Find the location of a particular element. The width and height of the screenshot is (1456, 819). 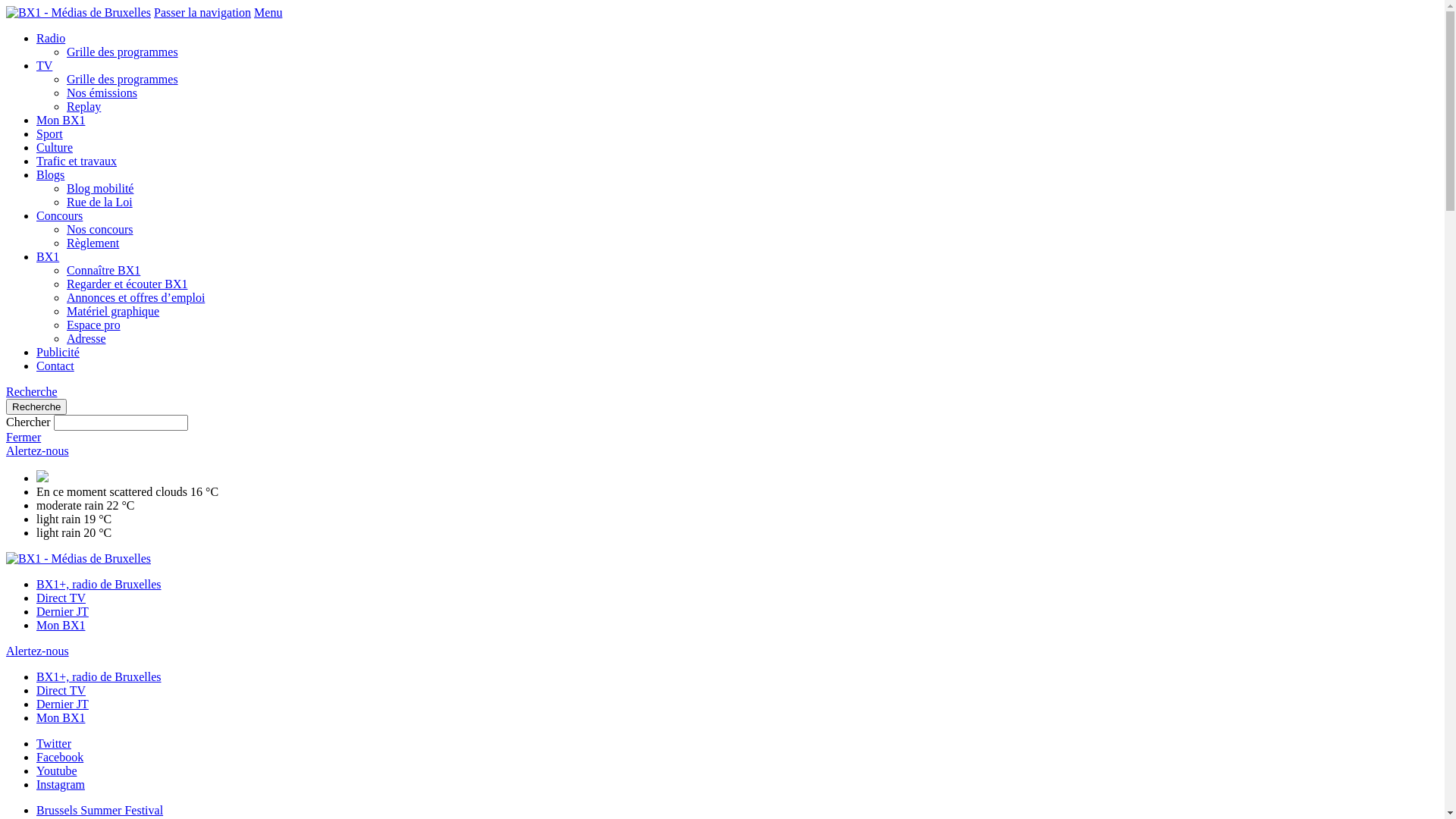

'Concours' is located at coordinates (59, 215).